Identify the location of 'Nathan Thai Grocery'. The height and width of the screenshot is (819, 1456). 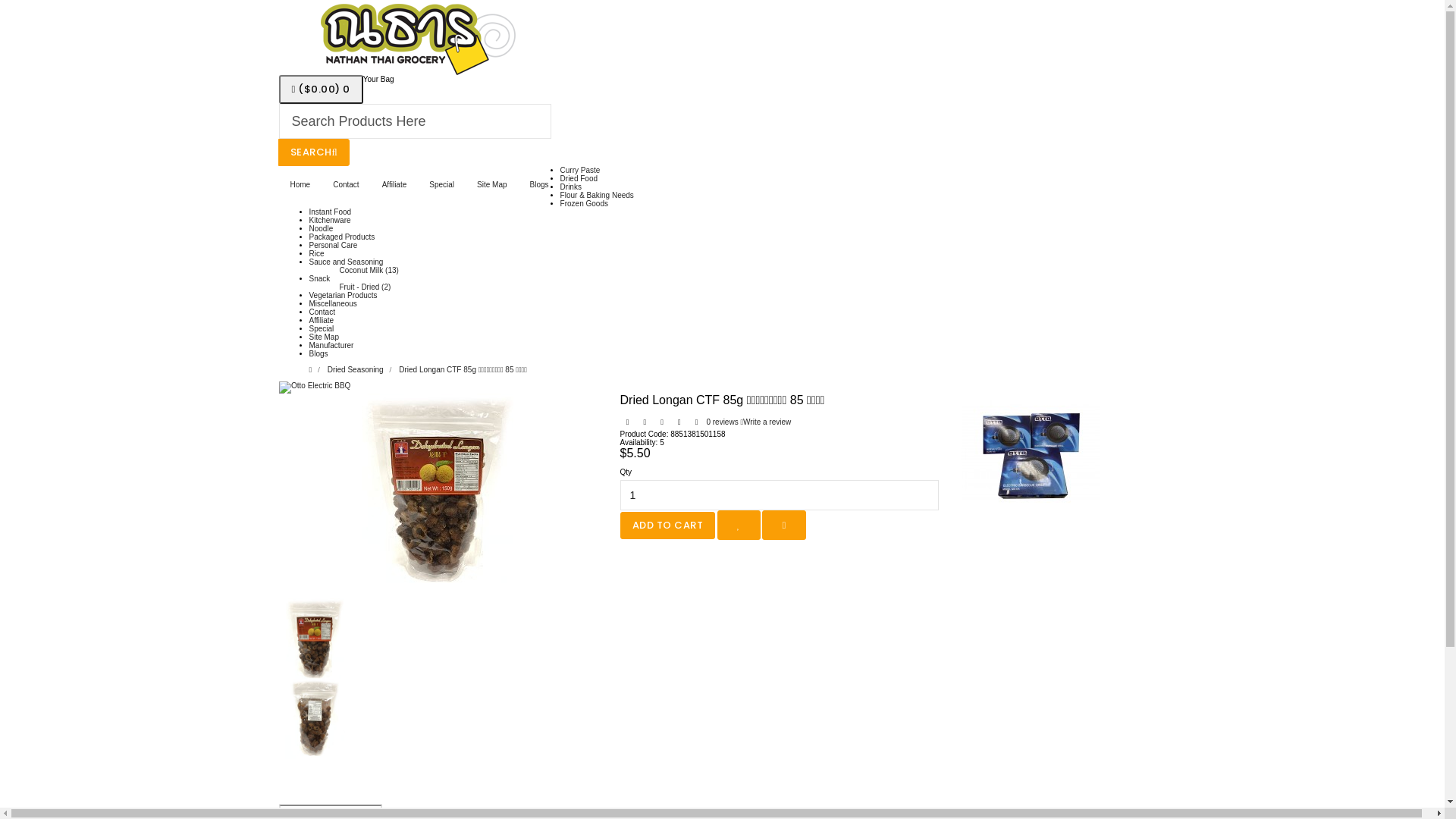
(411, 36).